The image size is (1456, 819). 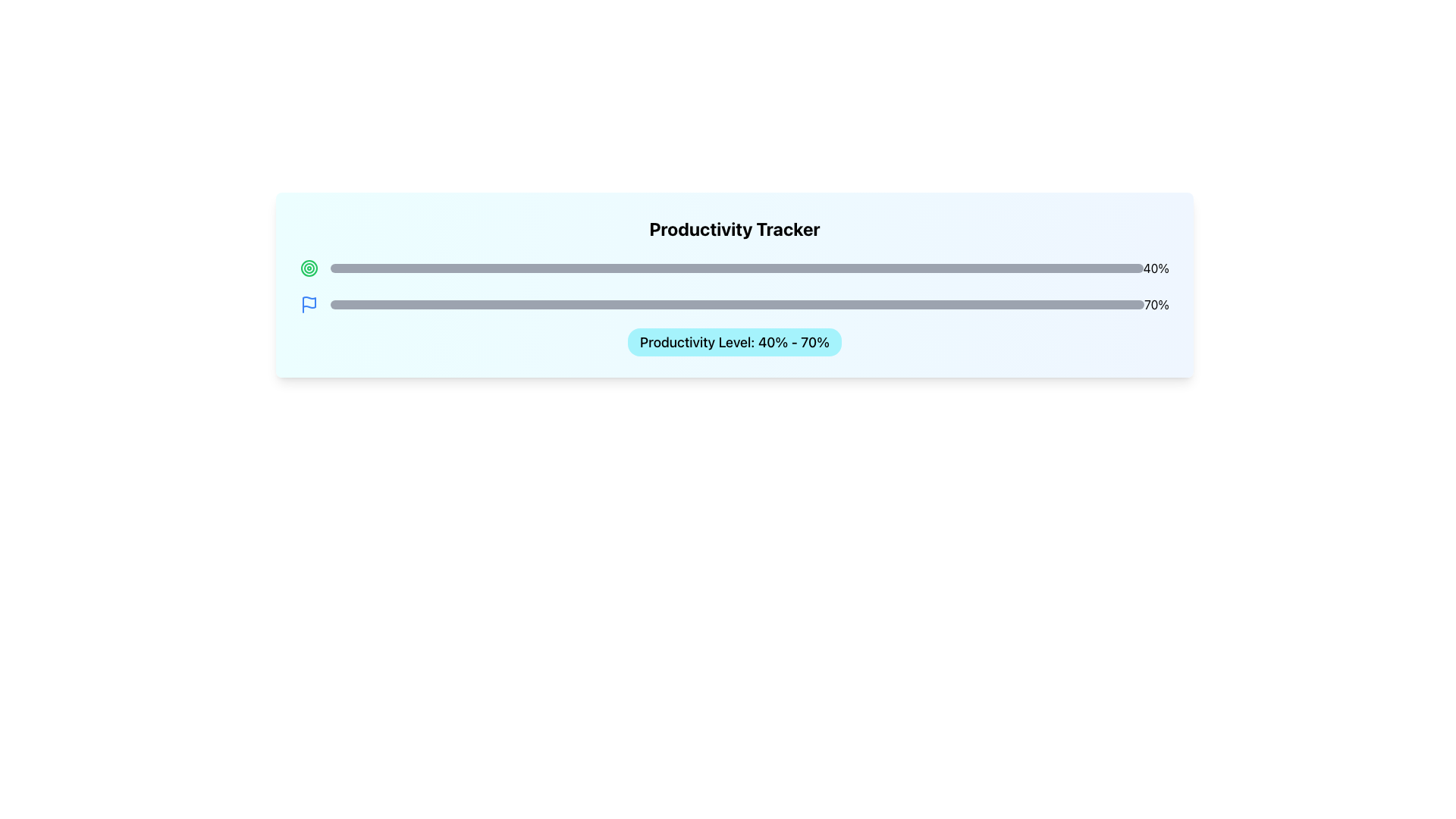 I want to click on the progress value, so click(x=720, y=304).